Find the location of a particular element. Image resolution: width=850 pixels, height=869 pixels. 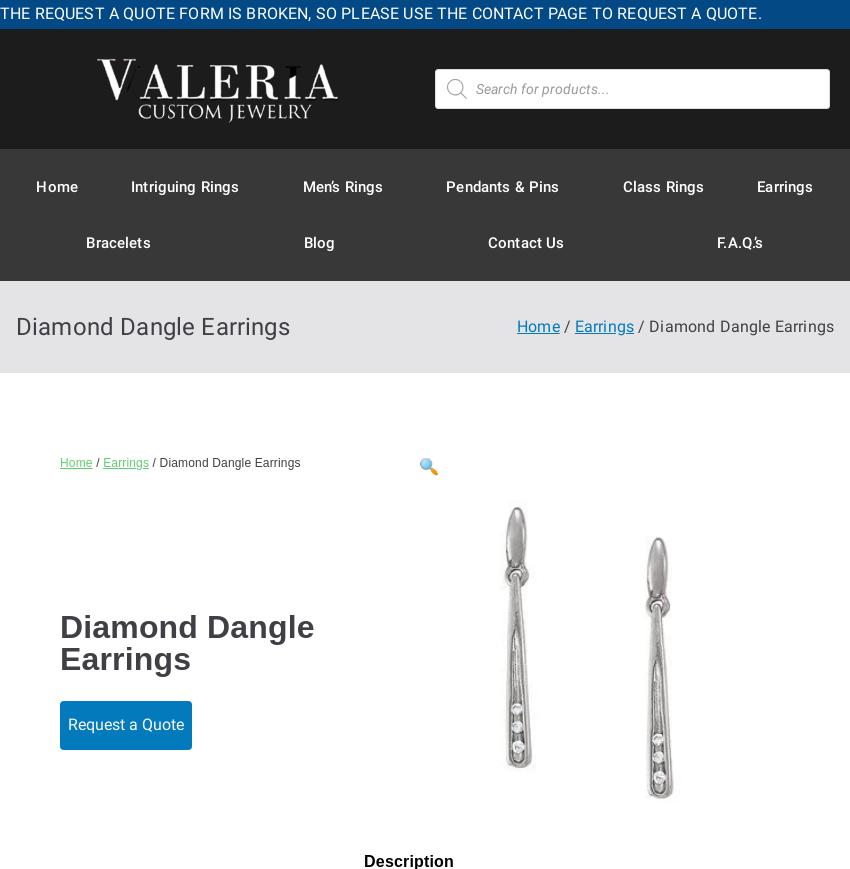

'/ Diamond Dangle Earrings' is located at coordinates (149, 461).